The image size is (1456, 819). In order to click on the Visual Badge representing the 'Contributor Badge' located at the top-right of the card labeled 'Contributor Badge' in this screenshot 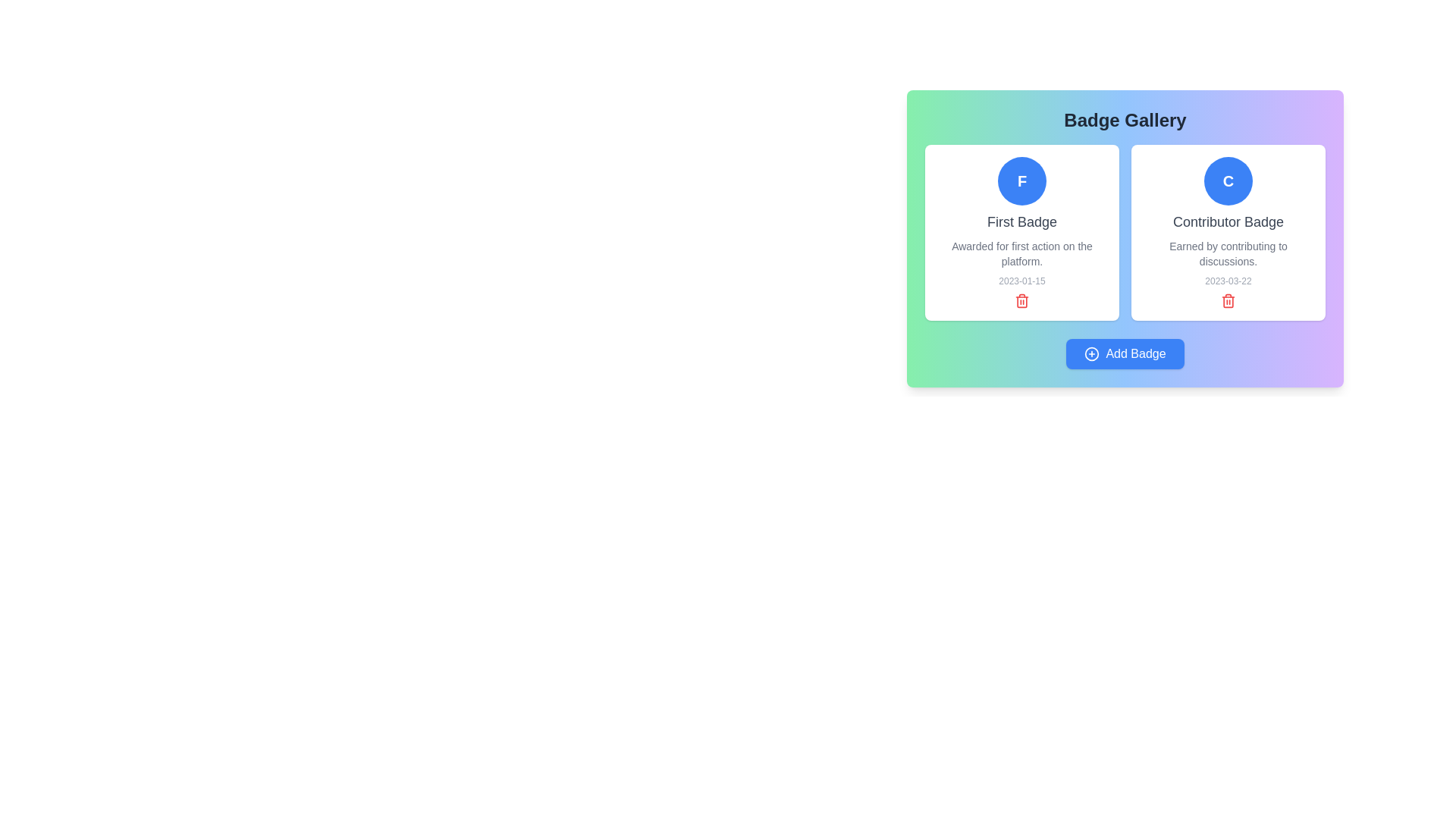, I will do `click(1228, 180)`.